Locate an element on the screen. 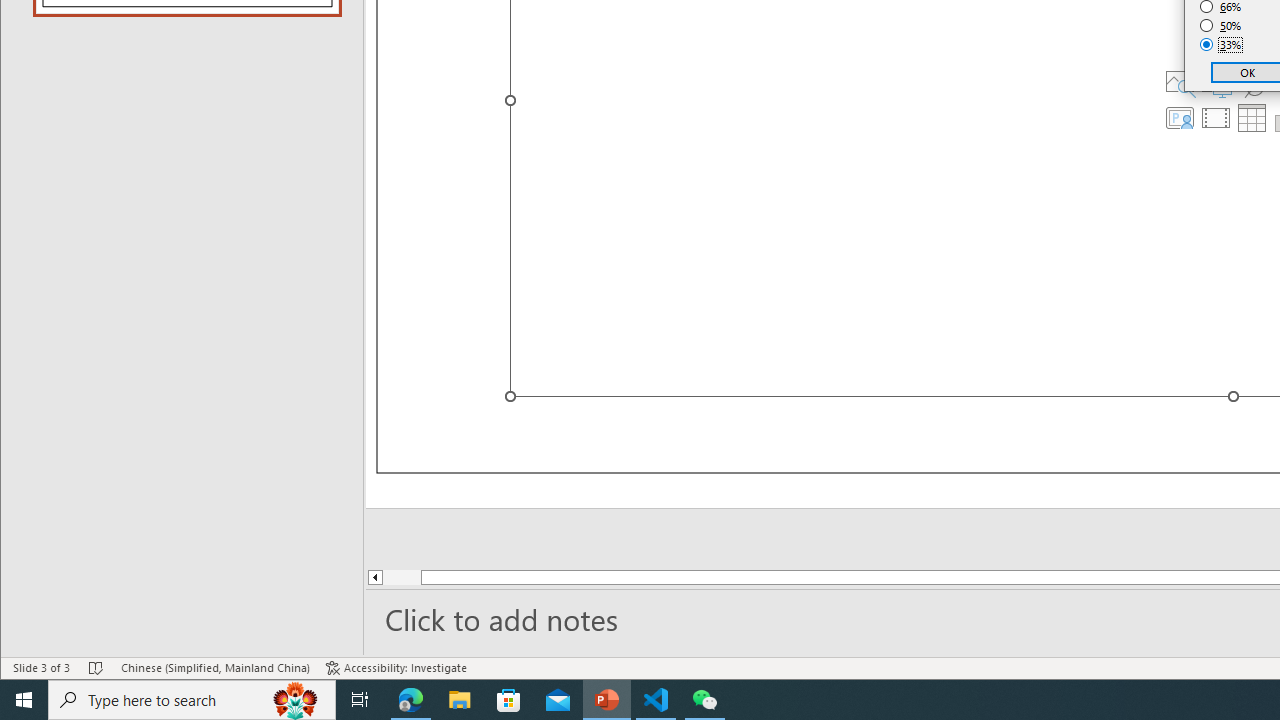 The width and height of the screenshot is (1280, 720). 'WeChat - 1 running window' is located at coordinates (705, 698).